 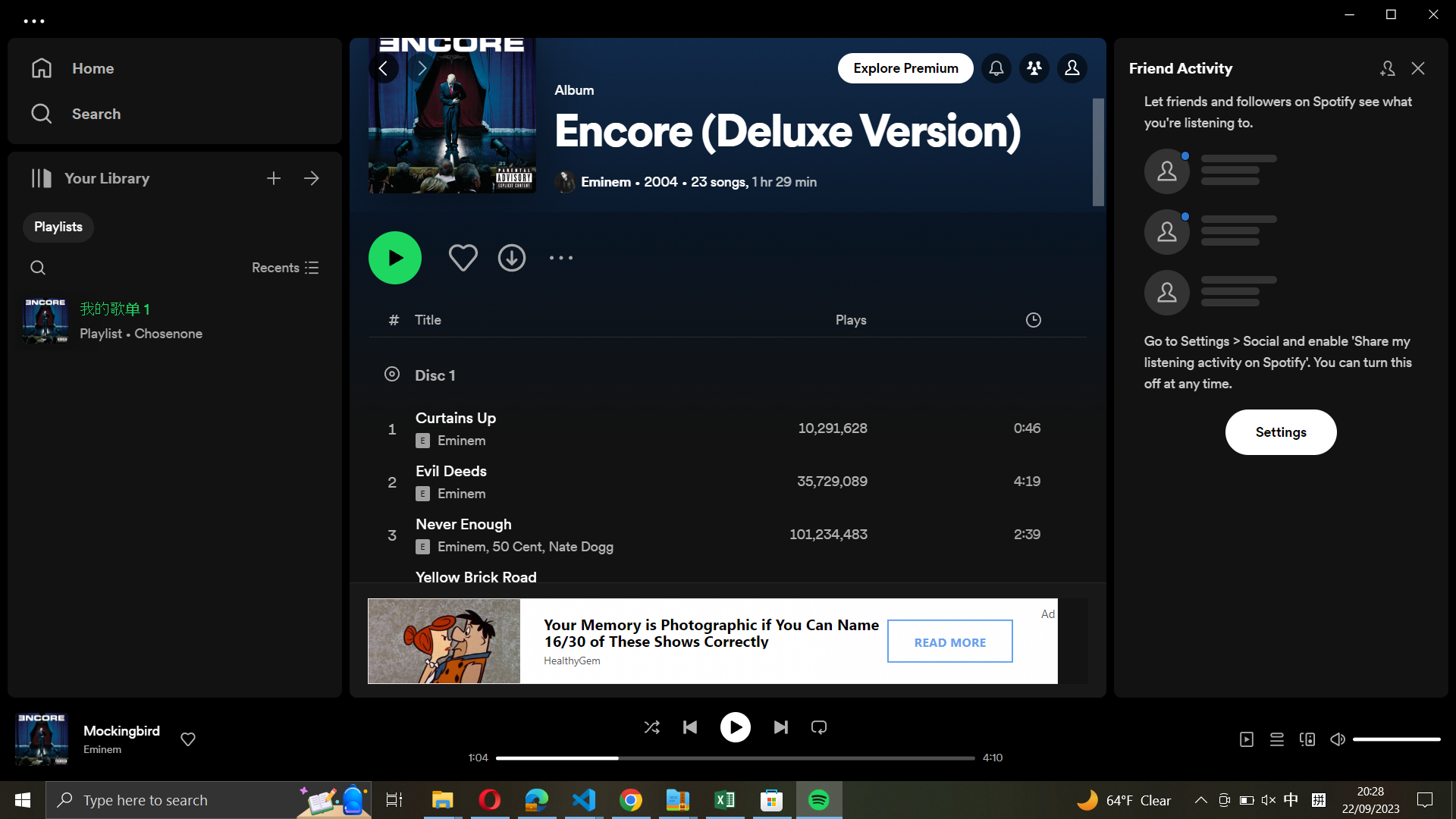 I want to click on Sort the playlist by number of plays, so click(x=908, y=322).